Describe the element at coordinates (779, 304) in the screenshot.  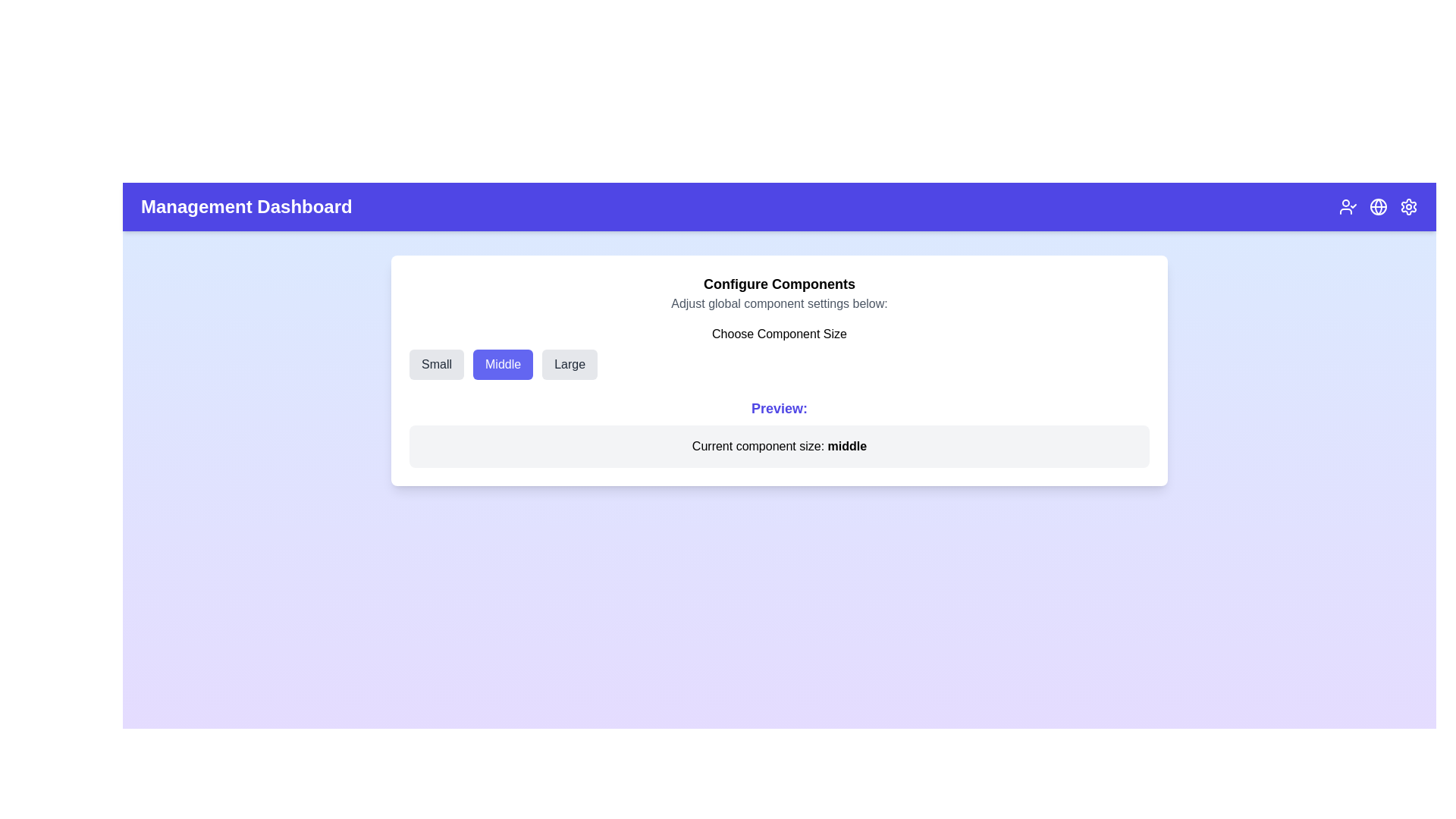
I see `the static text reading 'Adjust global component settings below:' which is styled in gray and located beneath the title 'Configure Components'` at that location.